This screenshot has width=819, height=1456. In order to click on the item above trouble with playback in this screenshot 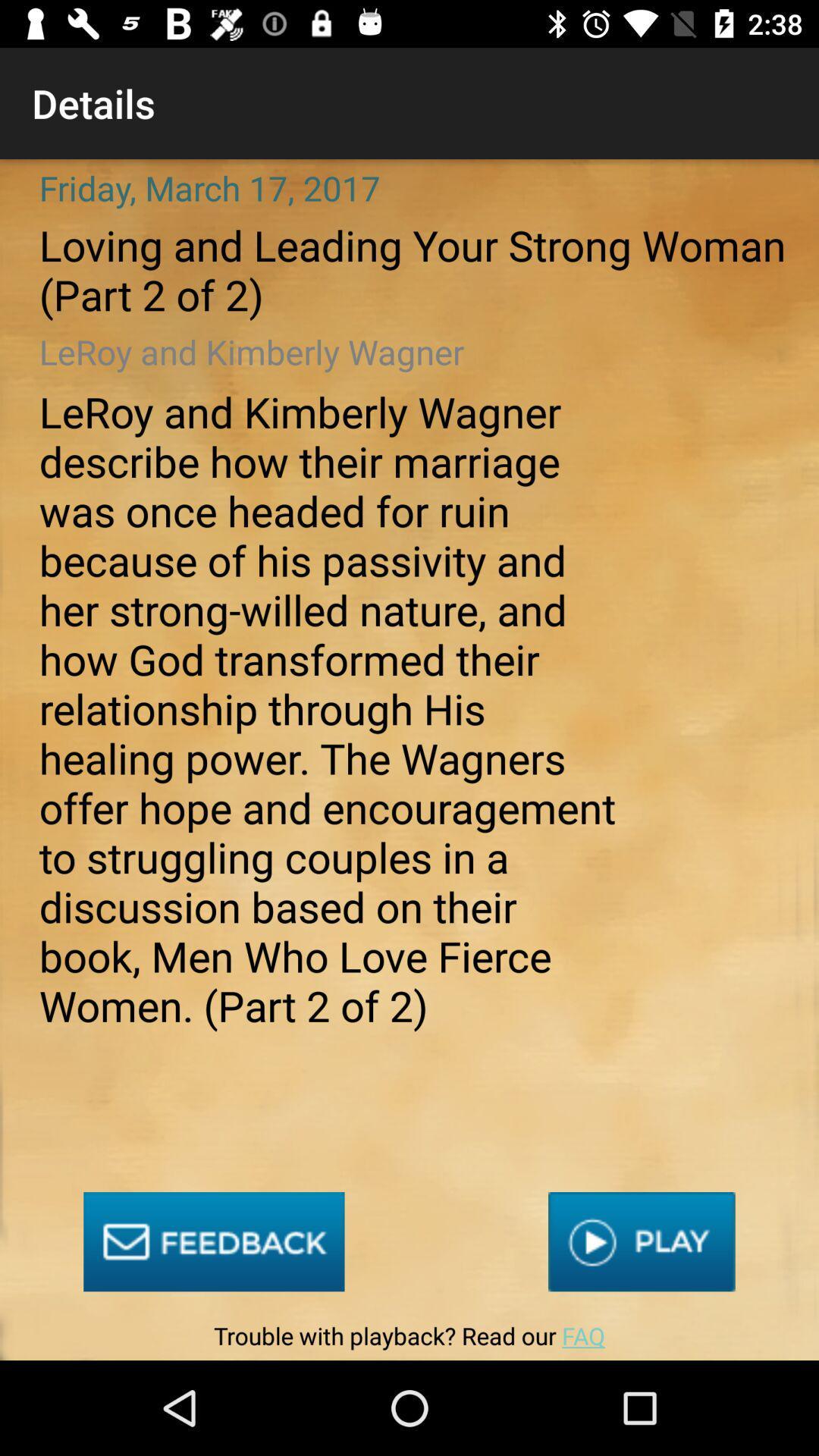, I will do `click(642, 1241)`.